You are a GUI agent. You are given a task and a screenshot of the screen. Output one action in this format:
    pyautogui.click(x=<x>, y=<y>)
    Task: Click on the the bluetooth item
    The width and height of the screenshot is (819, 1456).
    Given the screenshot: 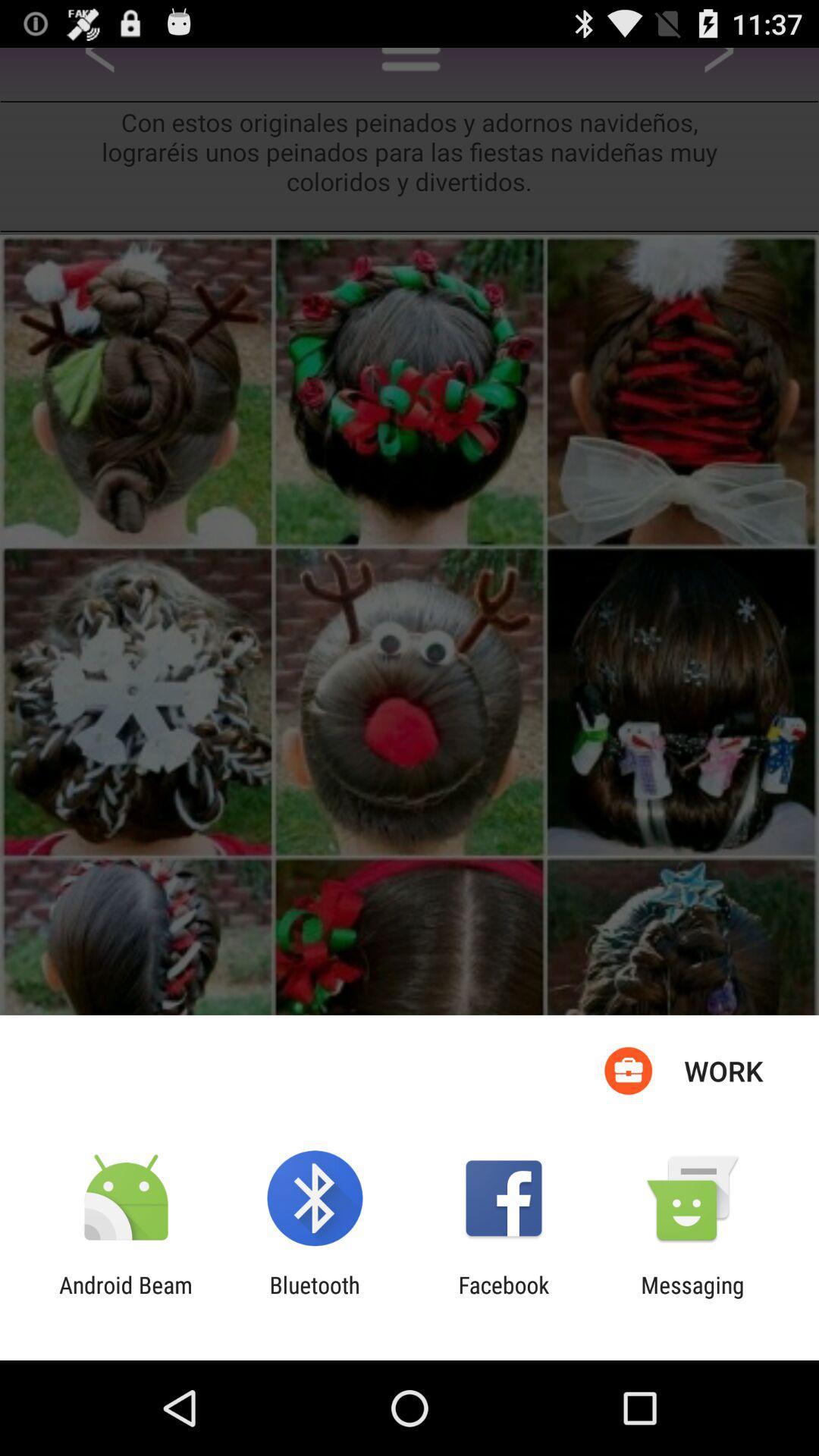 What is the action you would take?
    pyautogui.click(x=314, y=1298)
    